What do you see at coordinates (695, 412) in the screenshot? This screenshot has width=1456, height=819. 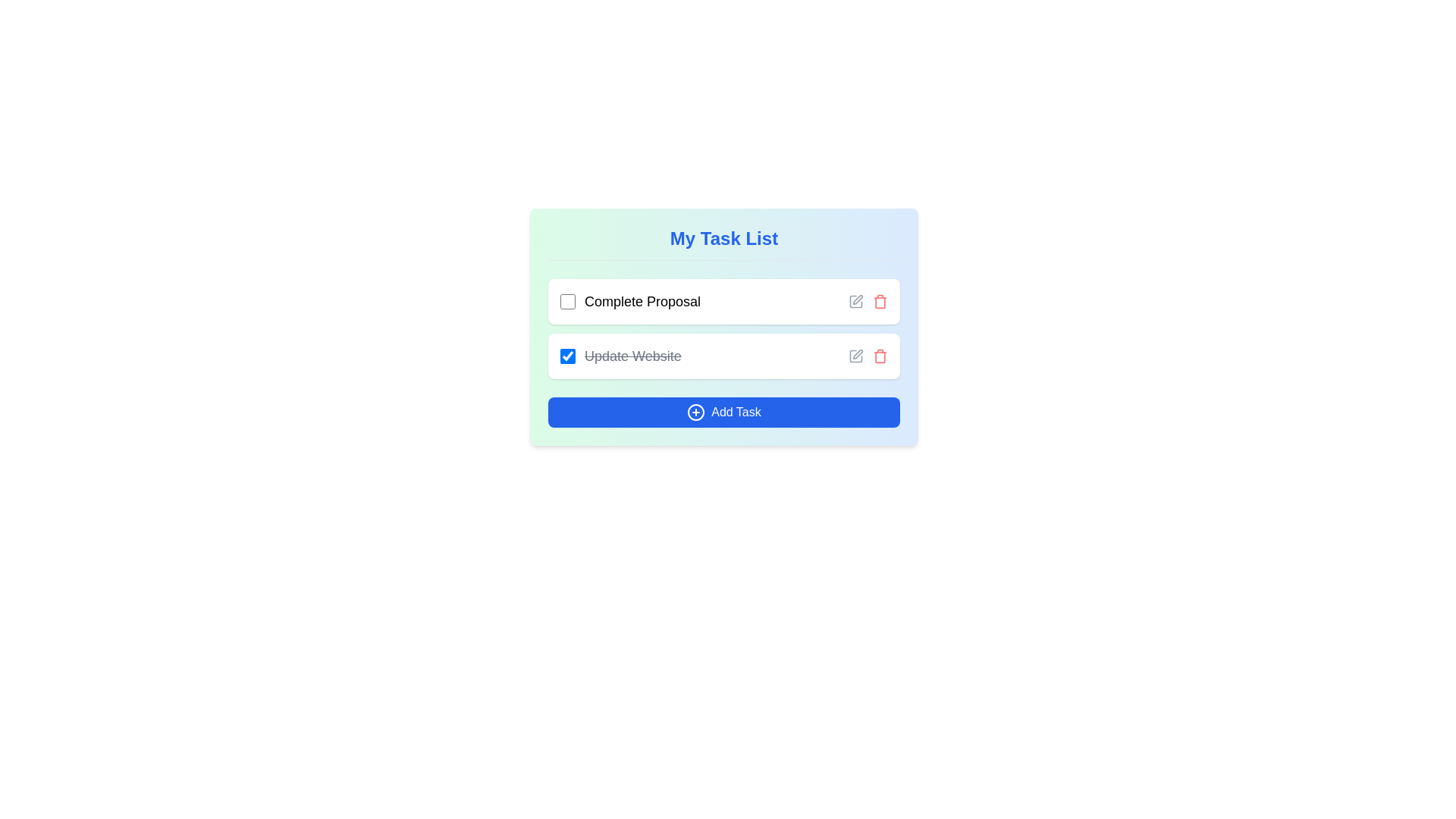 I see `the blue button that visually represents the purpose of adding a new task, which is centered with the text label 'Add Task'` at bounding box center [695, 412].